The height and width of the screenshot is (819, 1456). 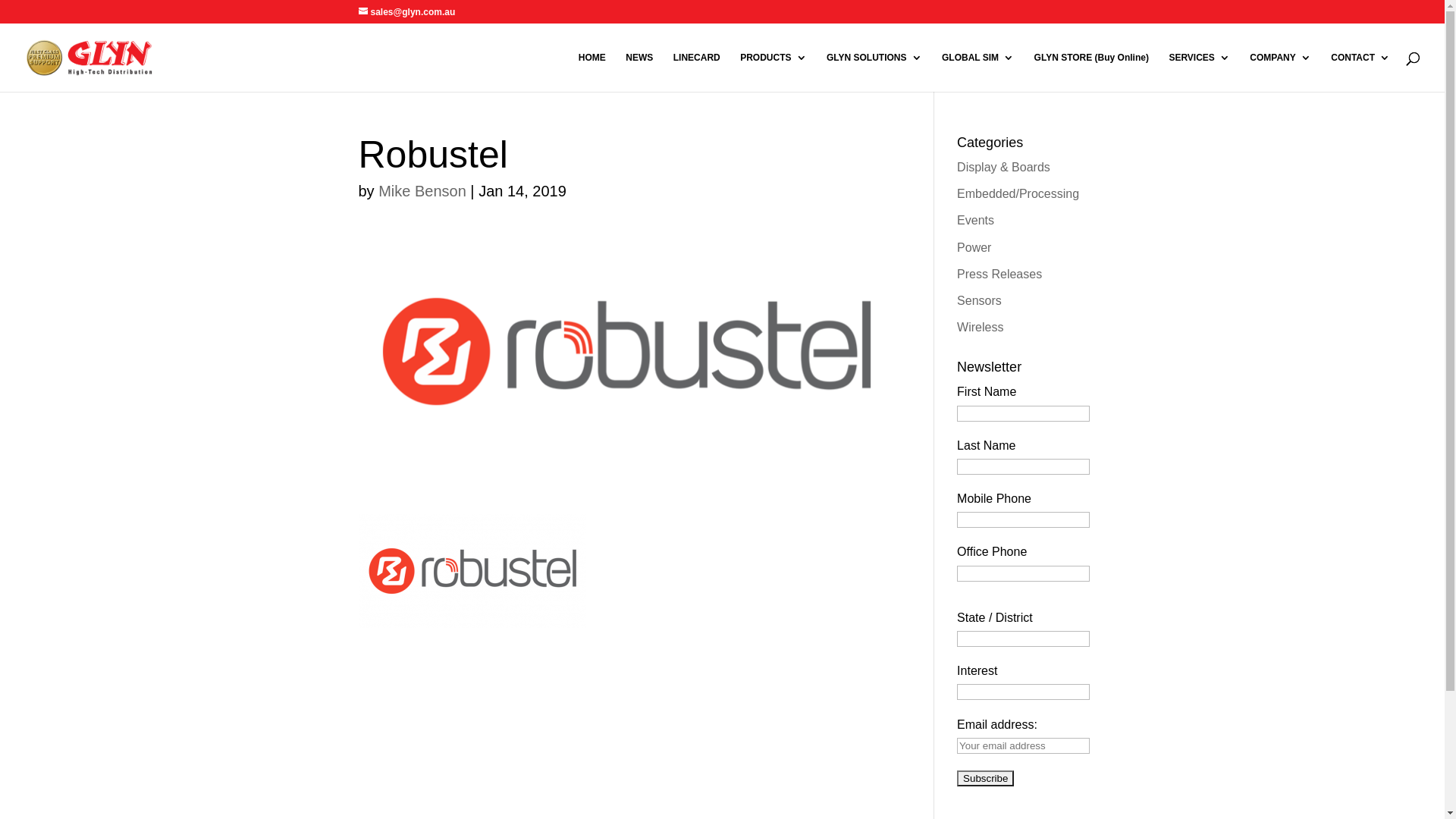 What do you see at coordinates (695, 72) in the screenshot?
I see `'LINECARD'` at bounding box center [695, 72].